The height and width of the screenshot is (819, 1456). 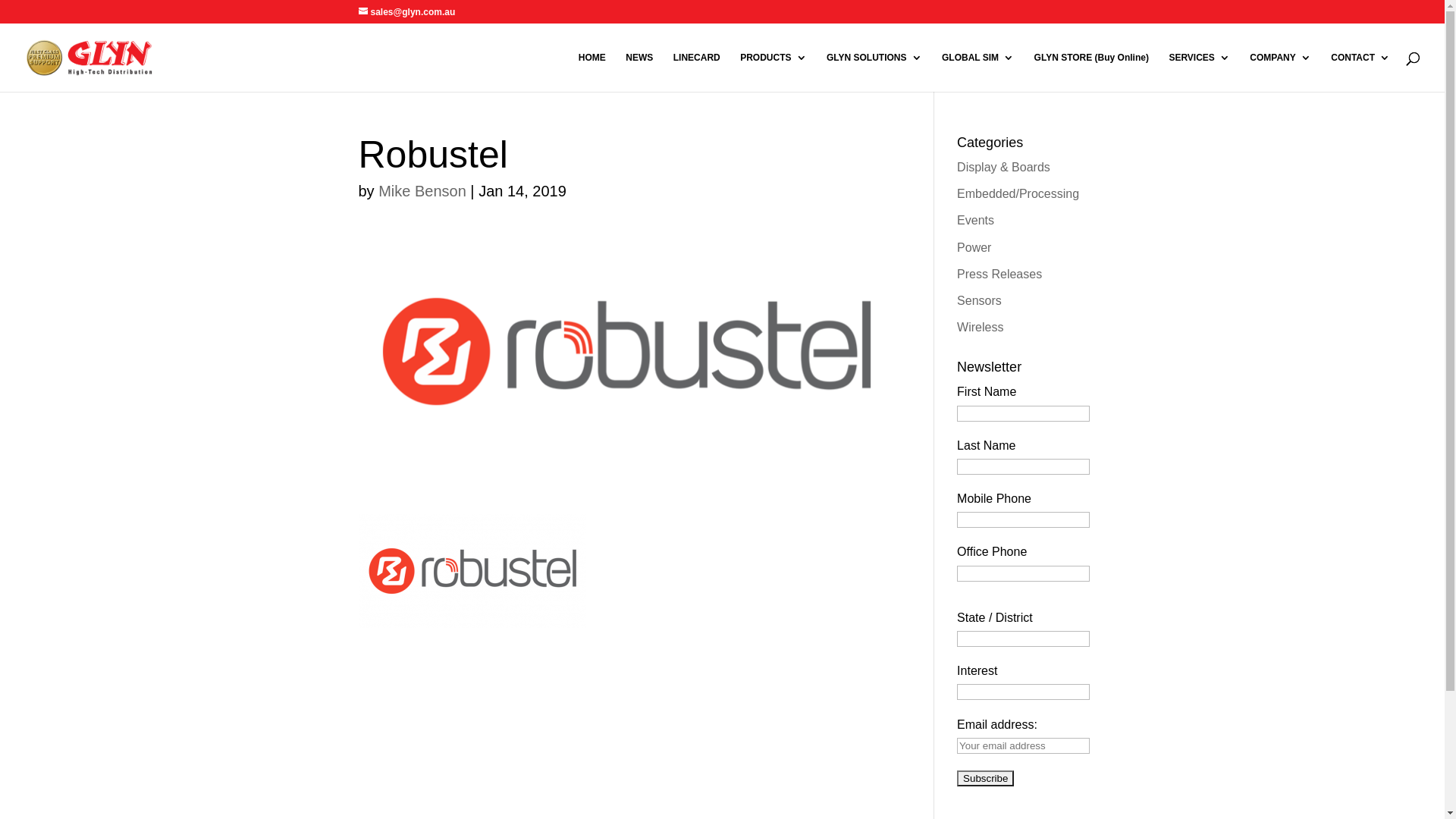 What do you see at coordinates (695, 72) in the screenshot?
I see `'LINECARD'` at bounding box center [695, 72].